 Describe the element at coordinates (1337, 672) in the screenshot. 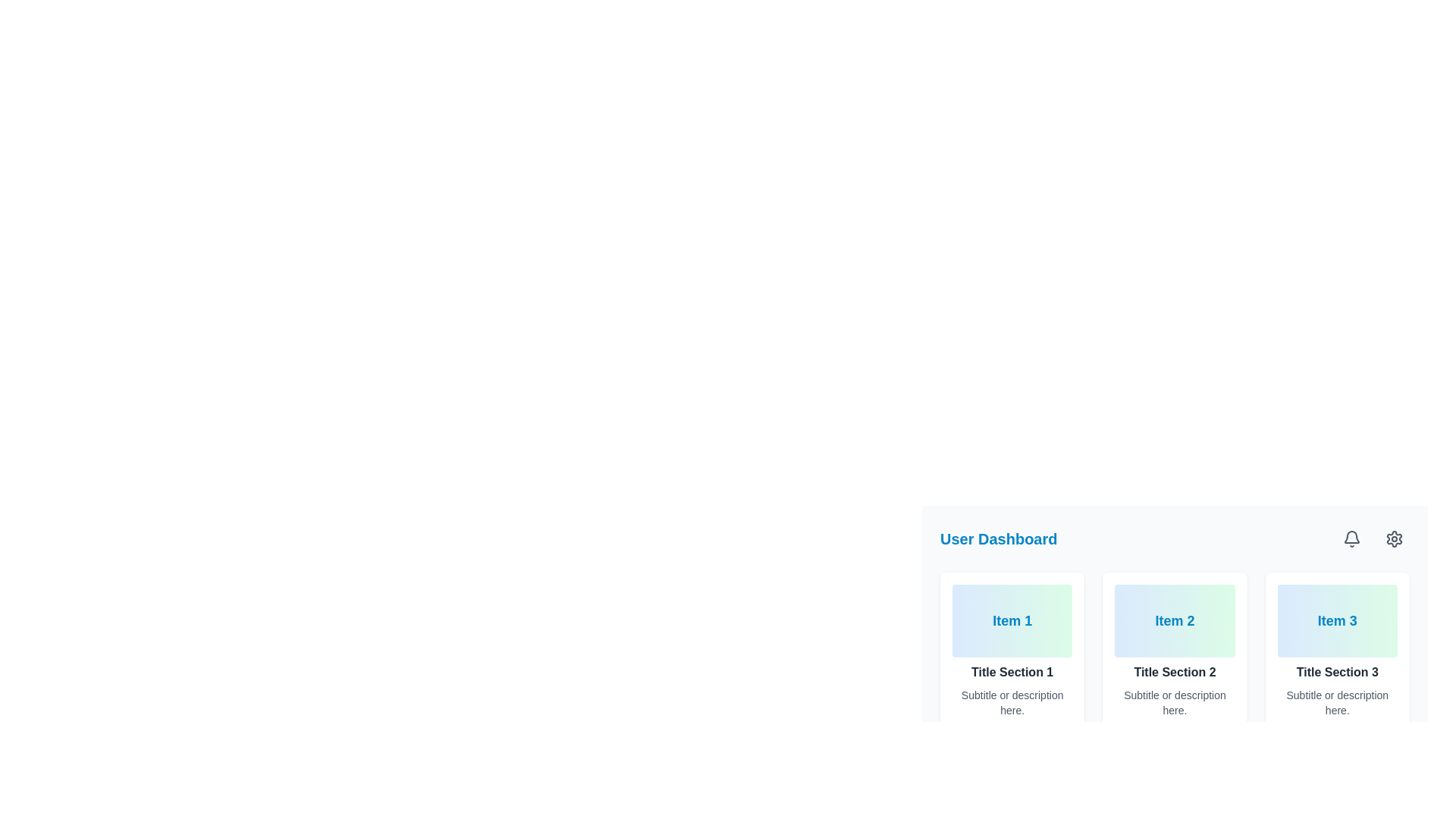

I see `the text label displaying 'Title Section 3' in dark gray bold font, located below the heading 'Item 3' within the rightmost card of a grid layout` at that location.